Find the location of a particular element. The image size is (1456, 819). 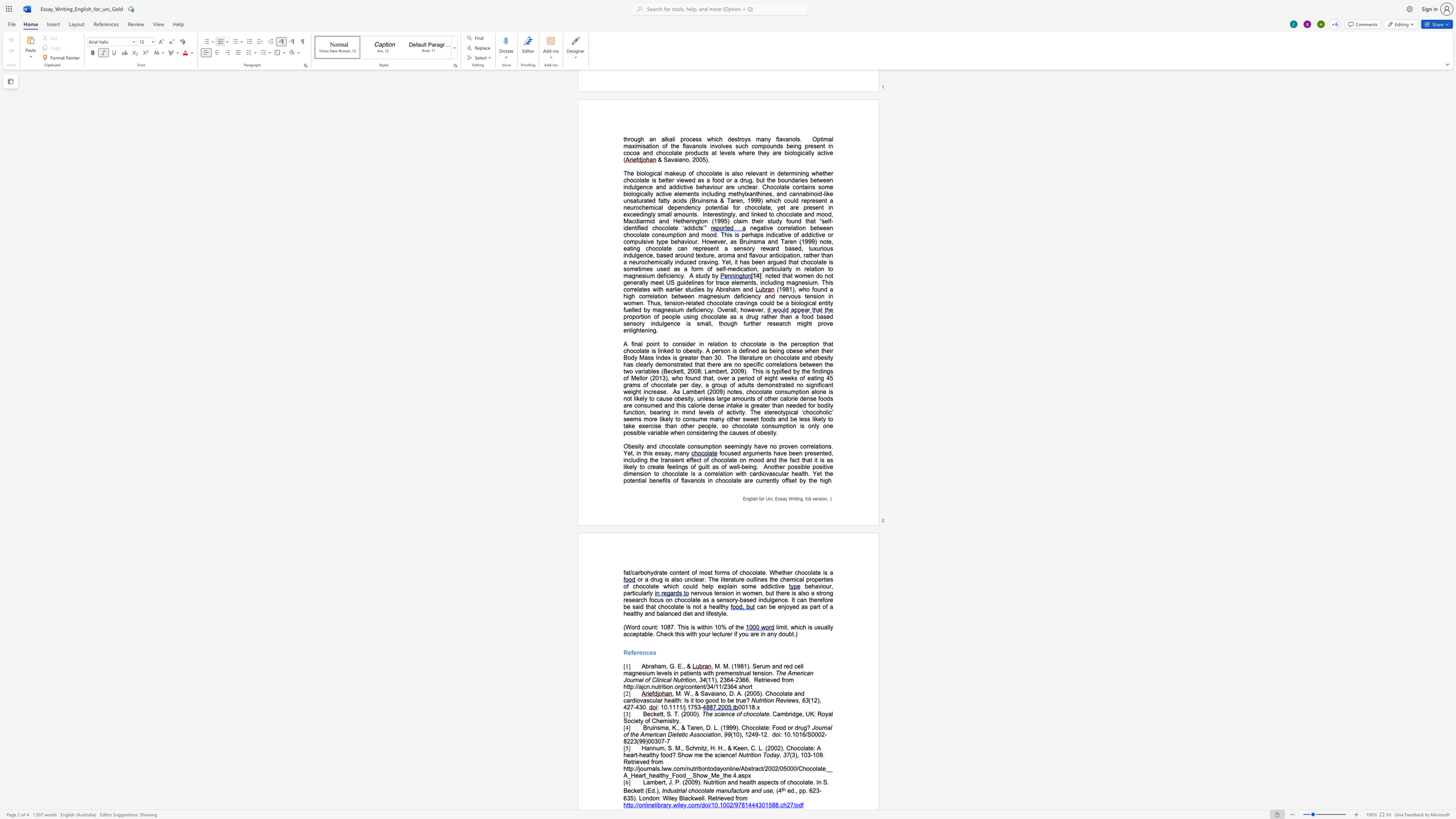

the space between the continuous character "e" and "r" in the text is located at coordinates (636, 652).